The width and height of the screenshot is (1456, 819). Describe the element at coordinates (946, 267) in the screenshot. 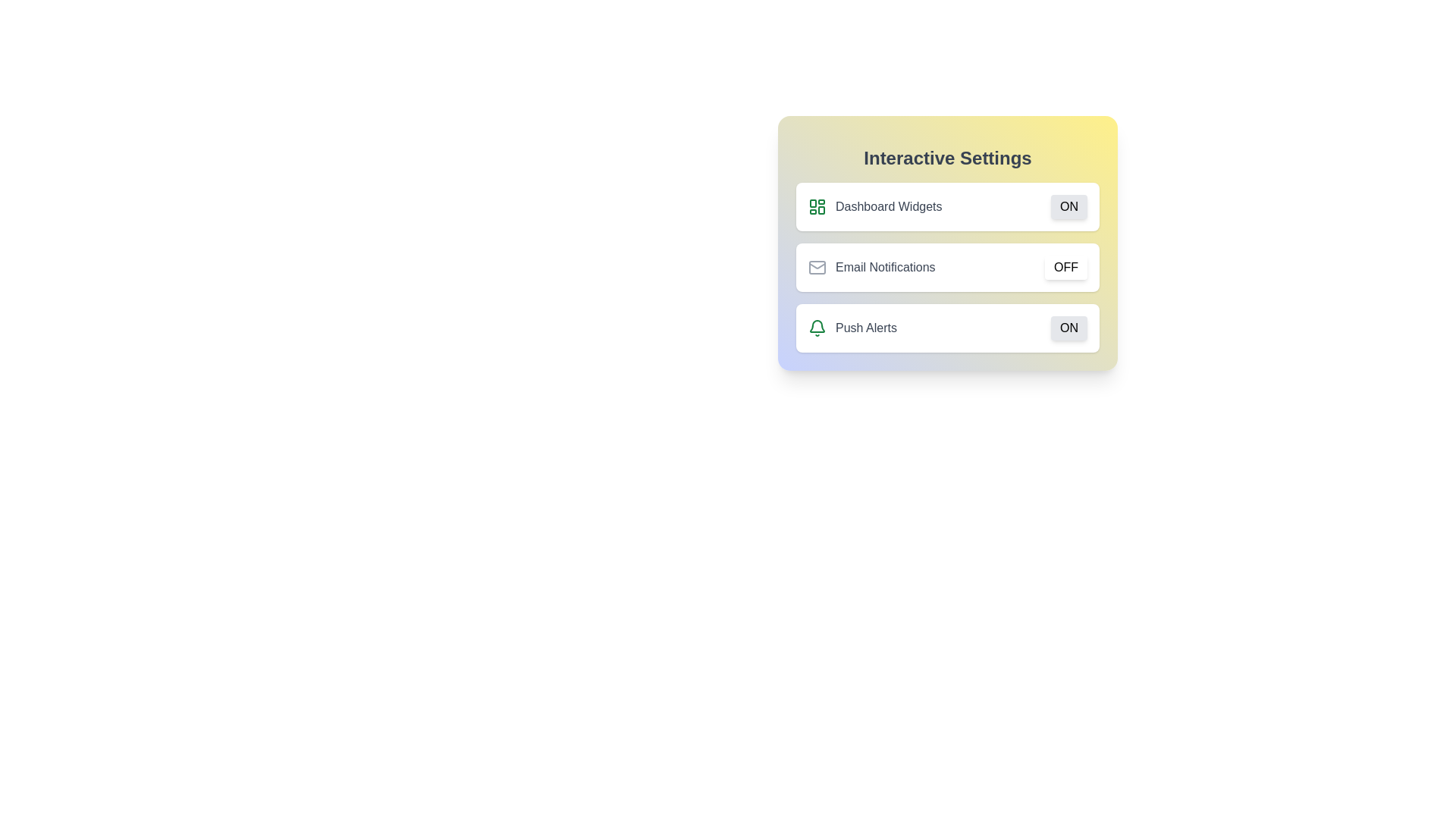

I see `the container of the setting Email Notifications` at that location.